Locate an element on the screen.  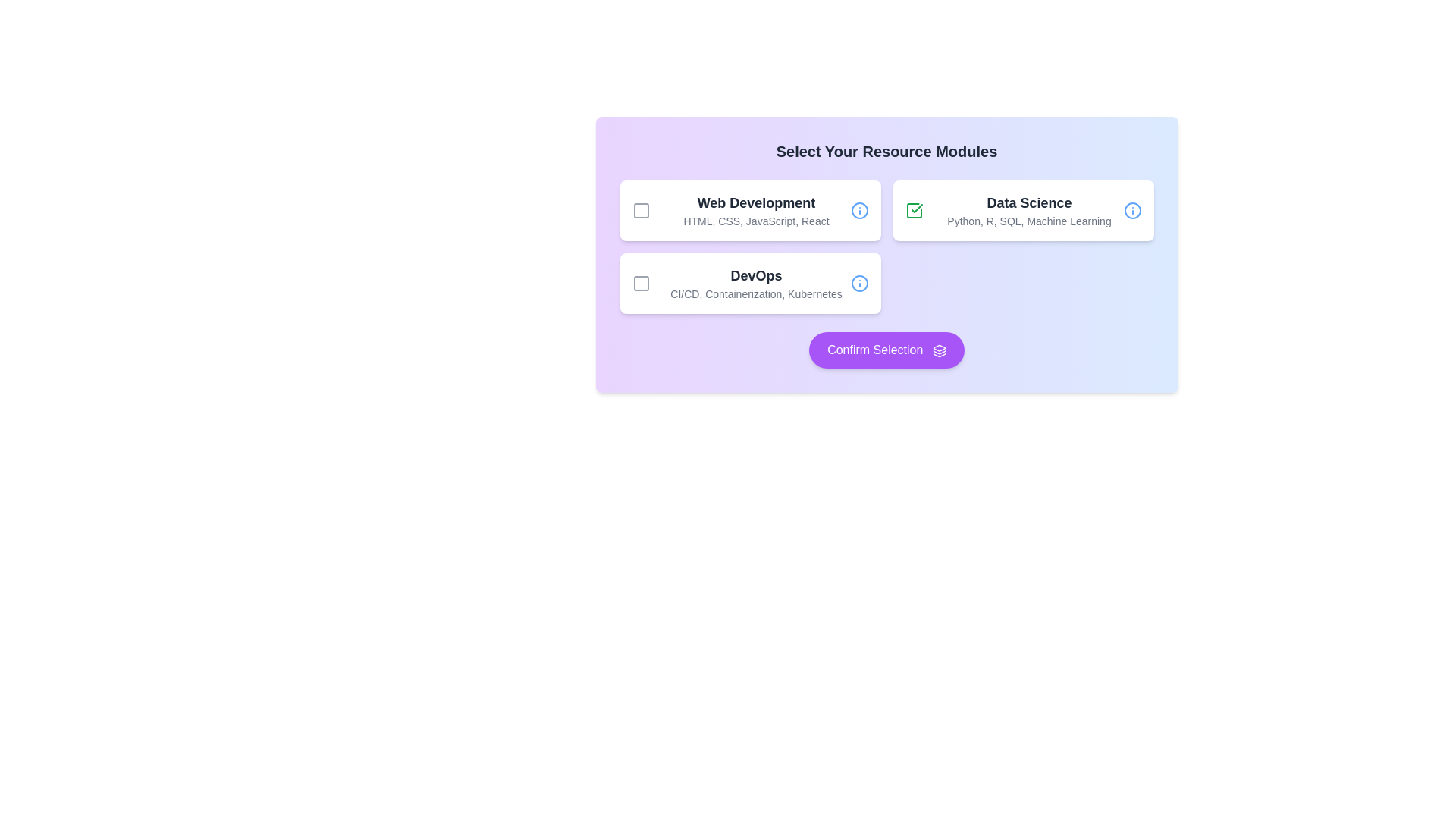
the checkbox representing the selection state of the 'Data Science' option located is located at coordinates (913, 210).